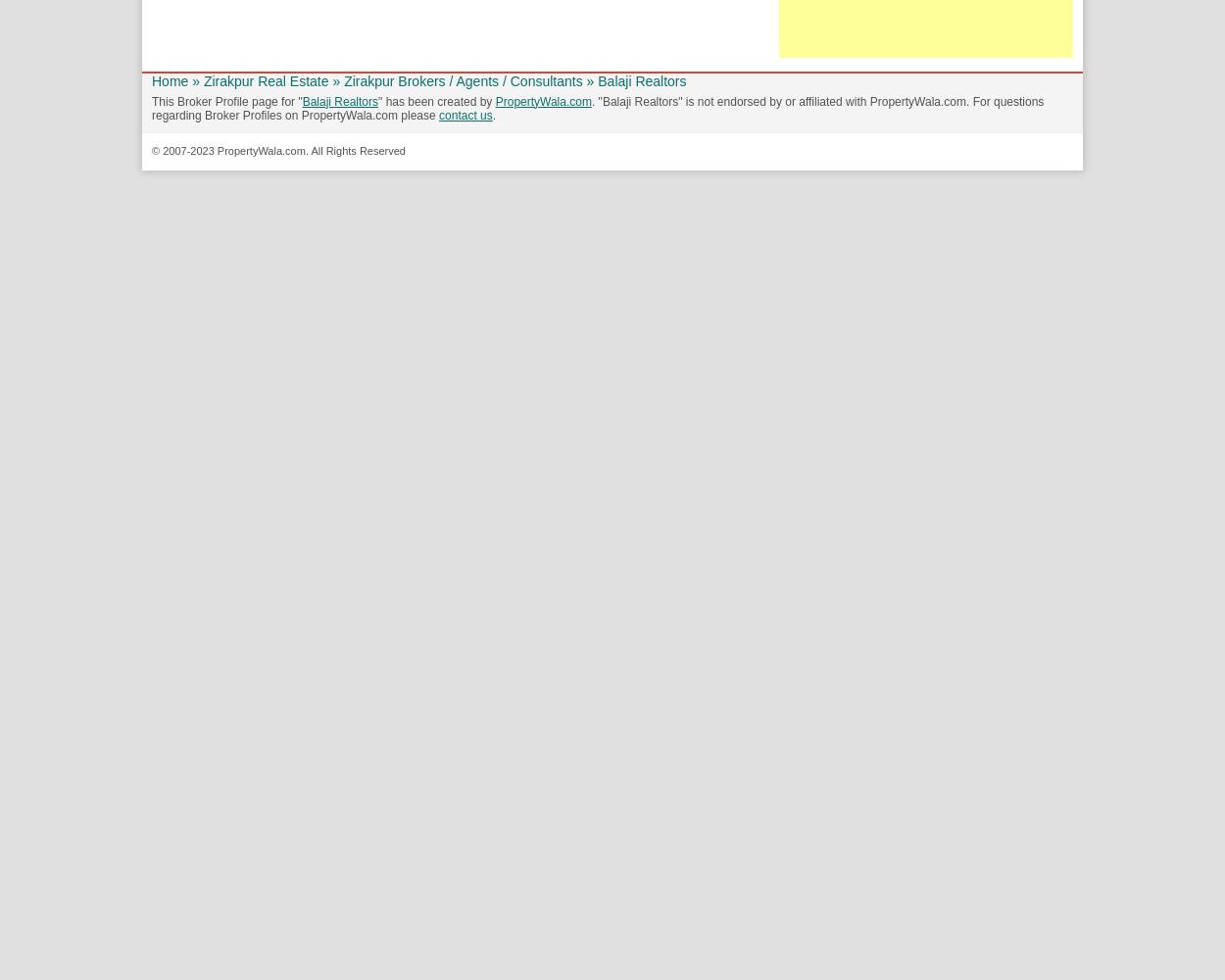 The width and height of the screenshot is (1225, 980). I want to click on '.', so click(494, 115).